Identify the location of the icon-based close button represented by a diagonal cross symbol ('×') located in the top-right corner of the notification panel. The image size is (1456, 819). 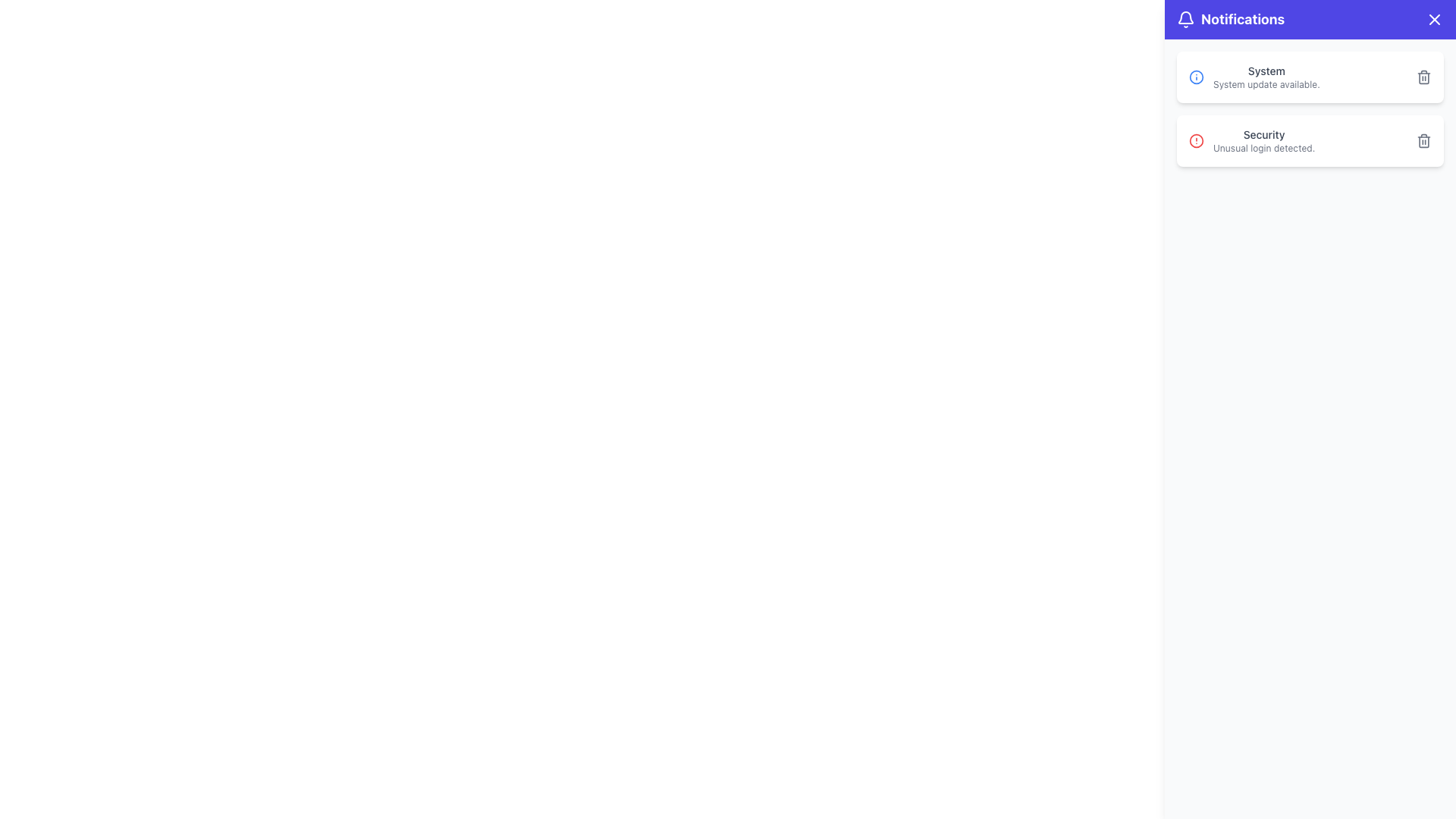
(1433, 20).